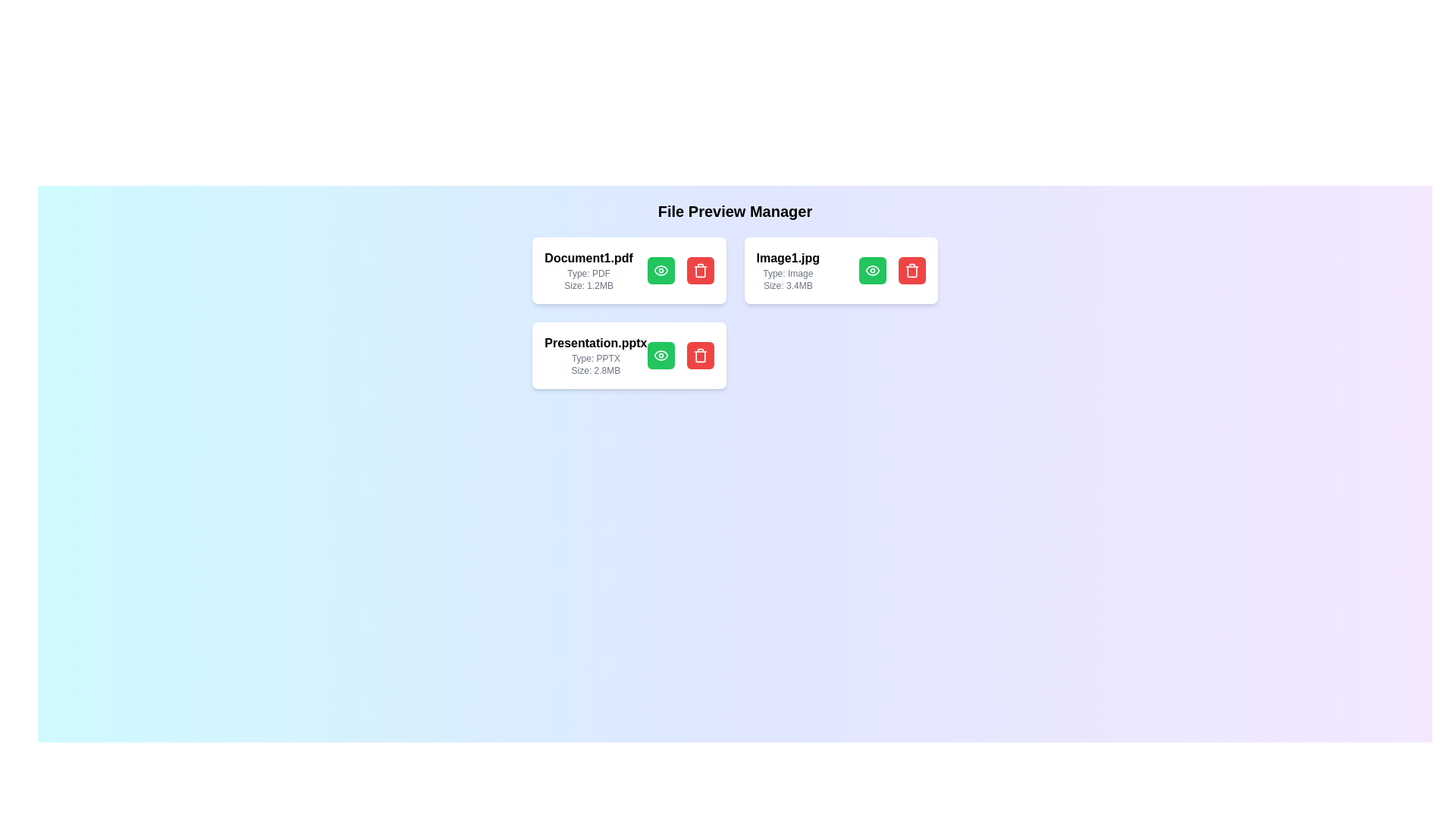 The width and height of the screenshot is (1456, 819). What do you see at coordinates (872, 270) in the screenshot?
I see `the green button with a white eye-shaped icon` at bounding box center [872, 270].